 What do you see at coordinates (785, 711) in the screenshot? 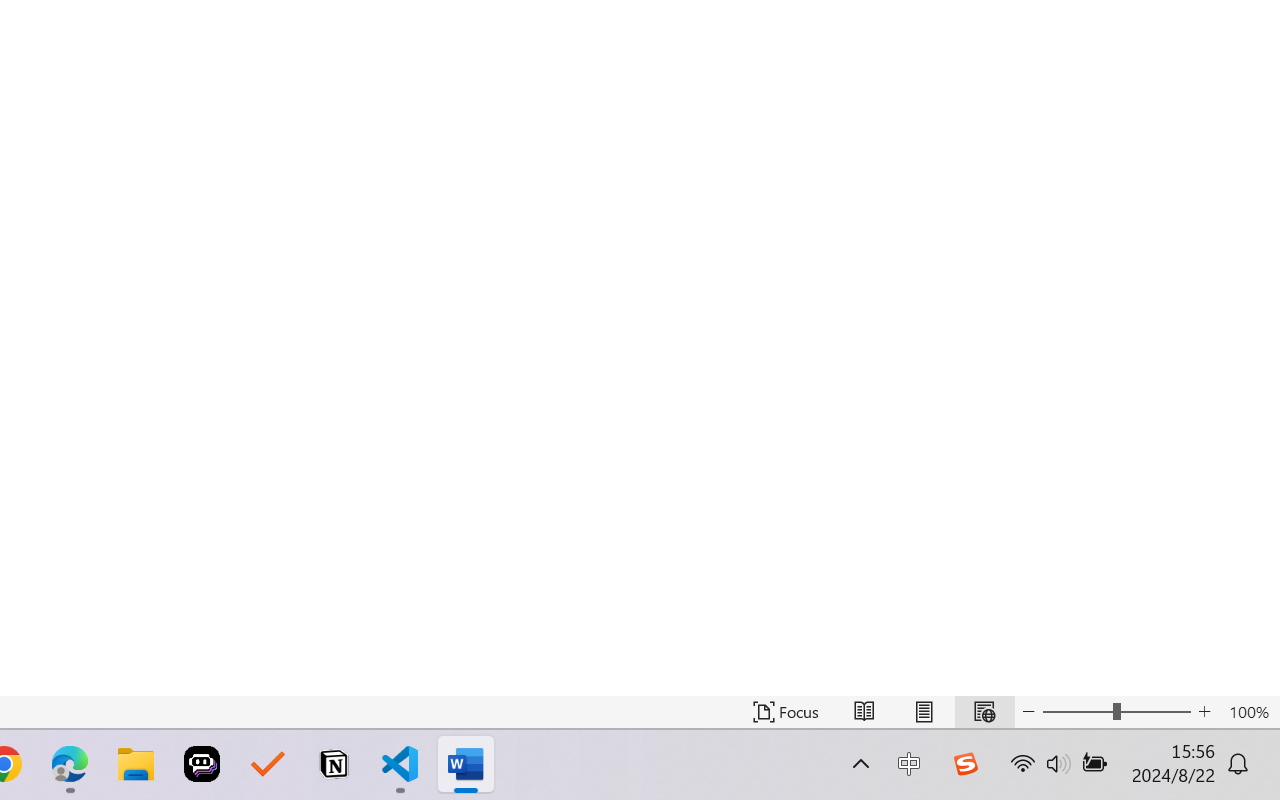
I see `'Focus '` at bounding box center [785, 711].